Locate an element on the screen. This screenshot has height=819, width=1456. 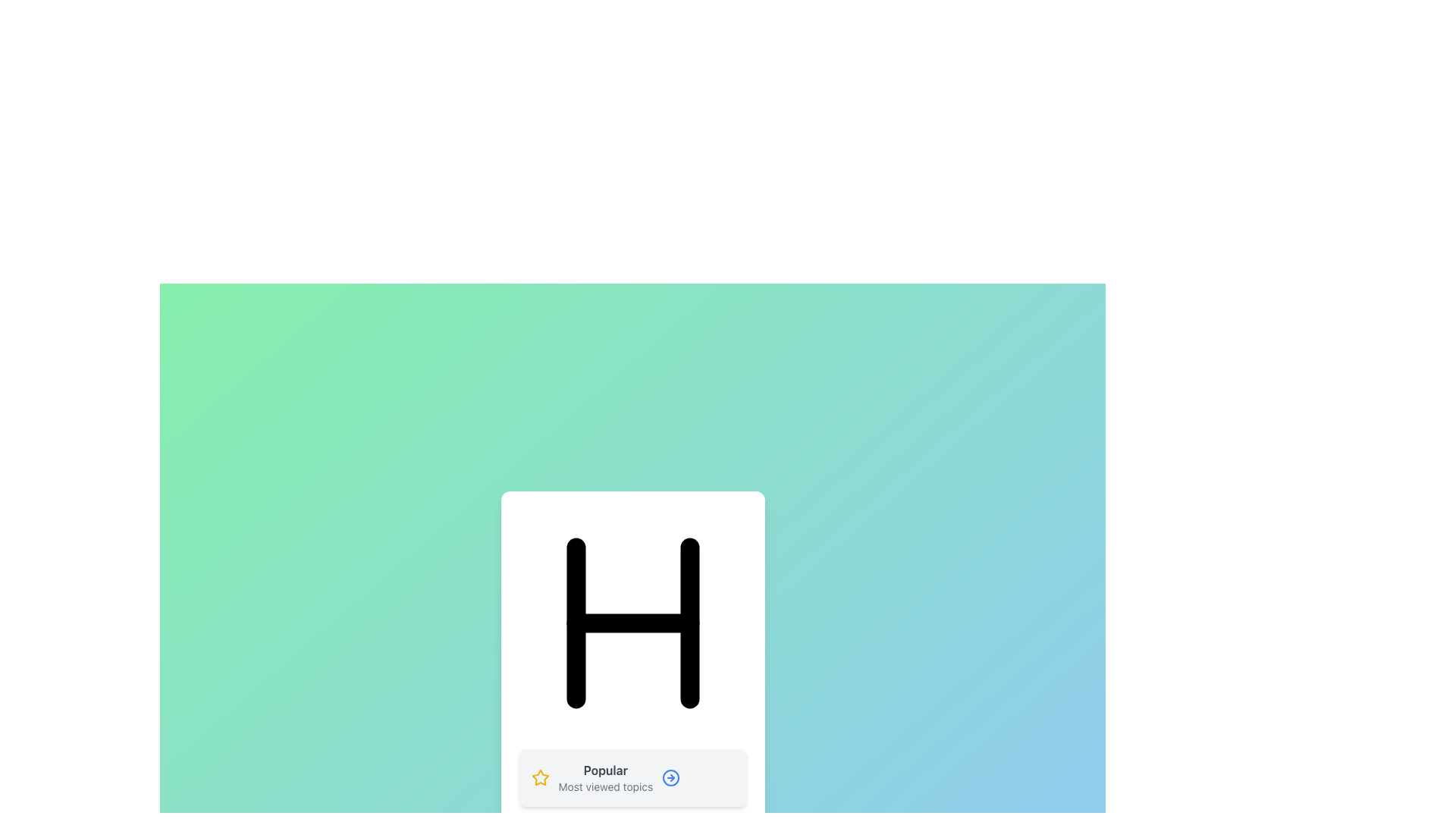
the decorative icon located to the immediate left of the 'Popular' text, which signifies popularity in the UI is located at coordinates (540, 778).